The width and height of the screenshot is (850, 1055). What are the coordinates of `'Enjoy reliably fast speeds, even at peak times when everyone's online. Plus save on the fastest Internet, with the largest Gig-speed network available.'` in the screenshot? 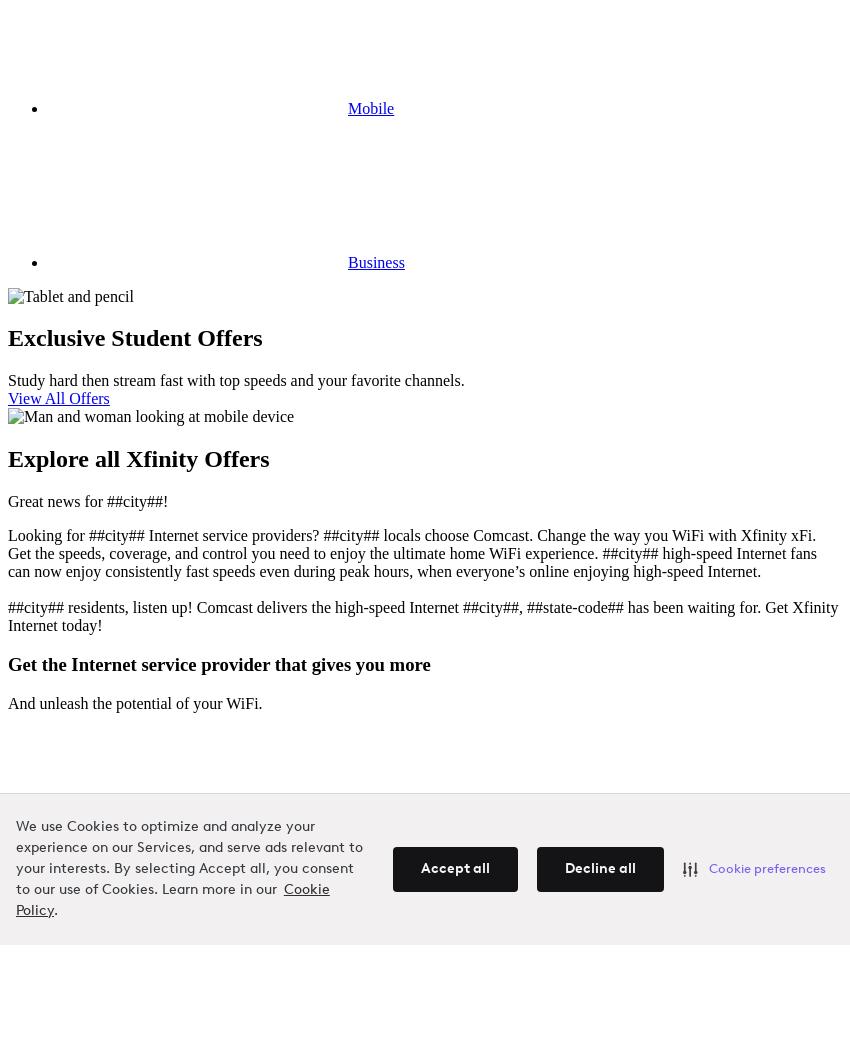 It's located at (423, 898).